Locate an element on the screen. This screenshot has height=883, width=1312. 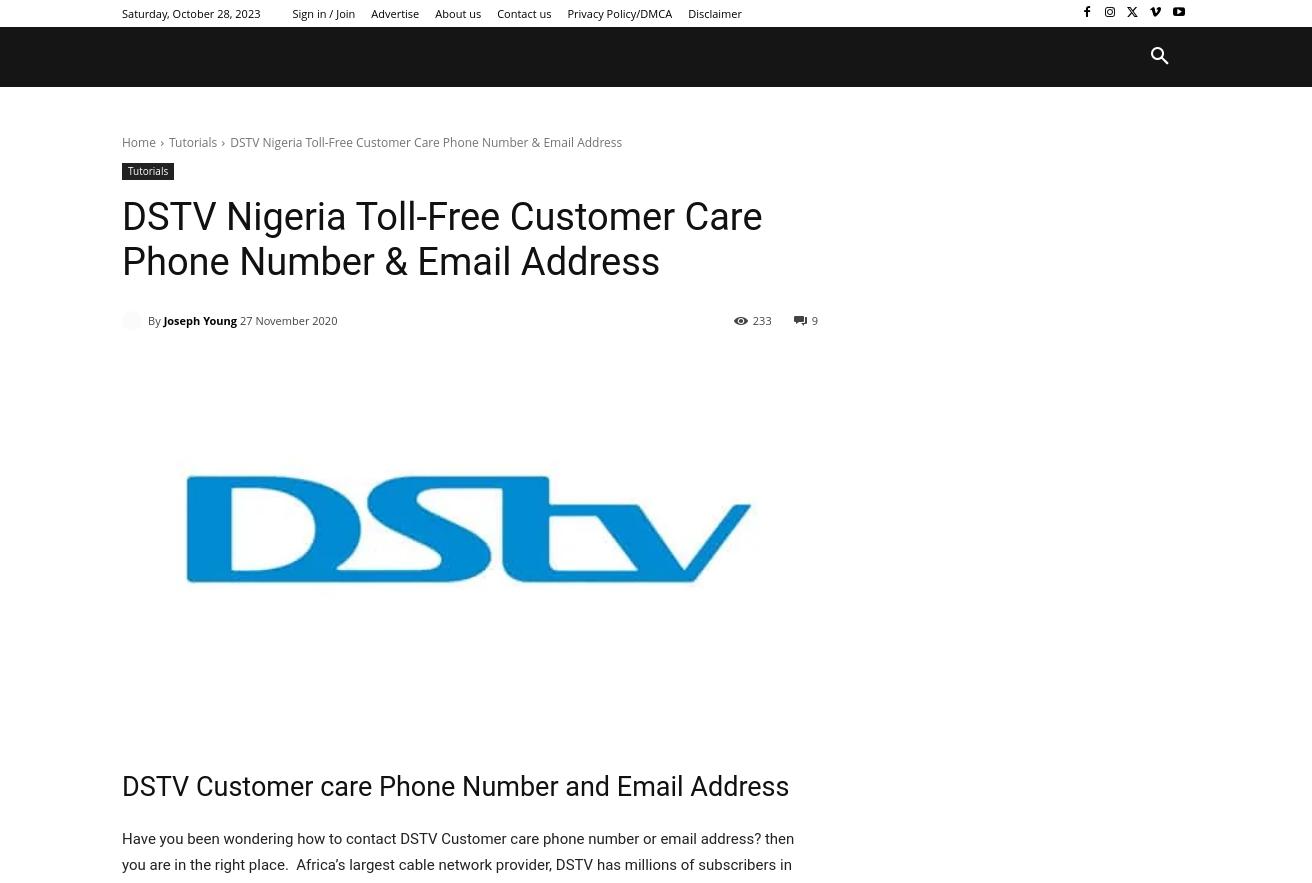
'Phones' is located at coordinates (576, 54).